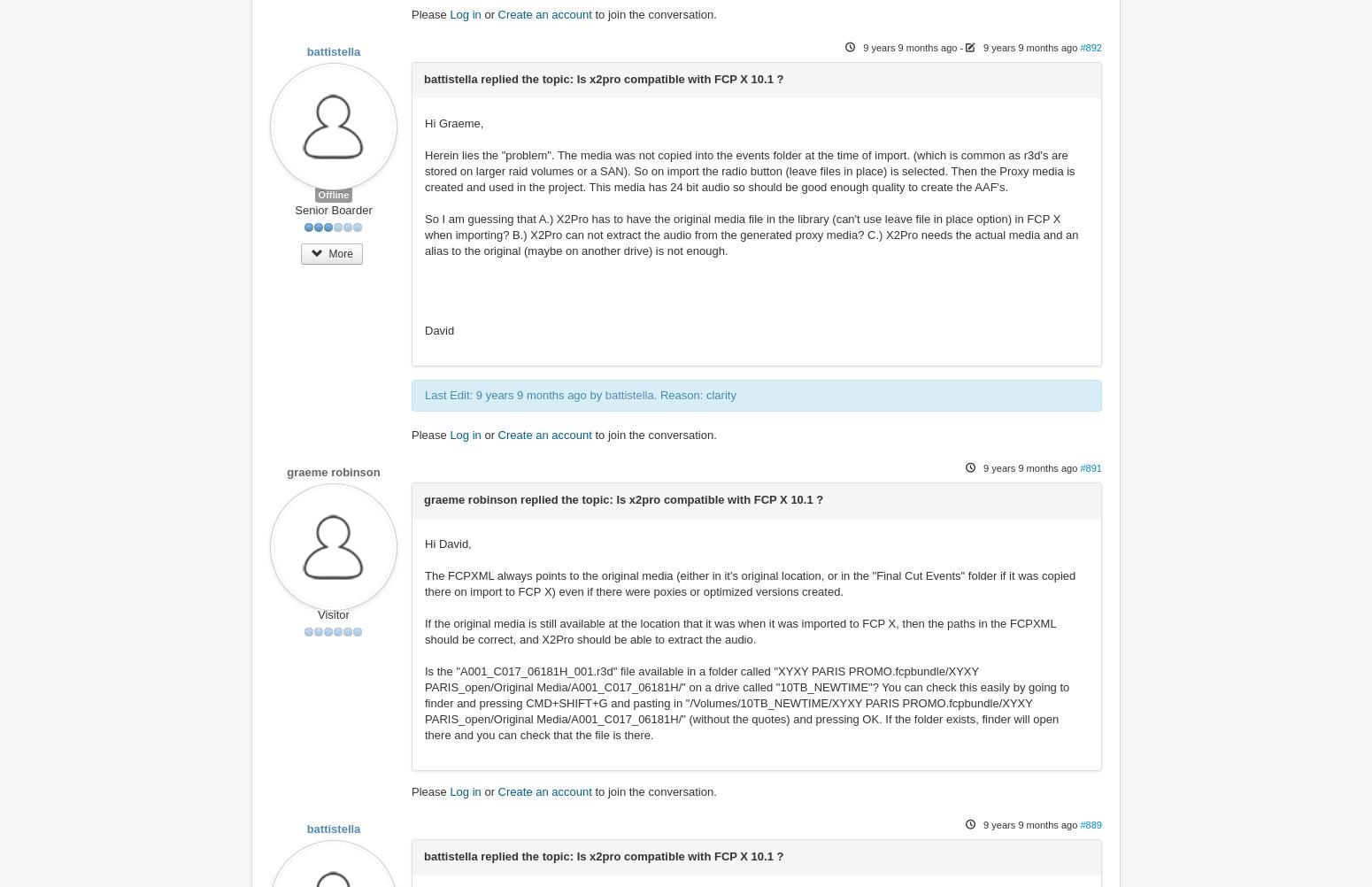 This screenshot has height=887, width=1372. Describe the element at coordinates (652, 394) in the screenshot. I see `'.	Reason: clarity'` at that location.